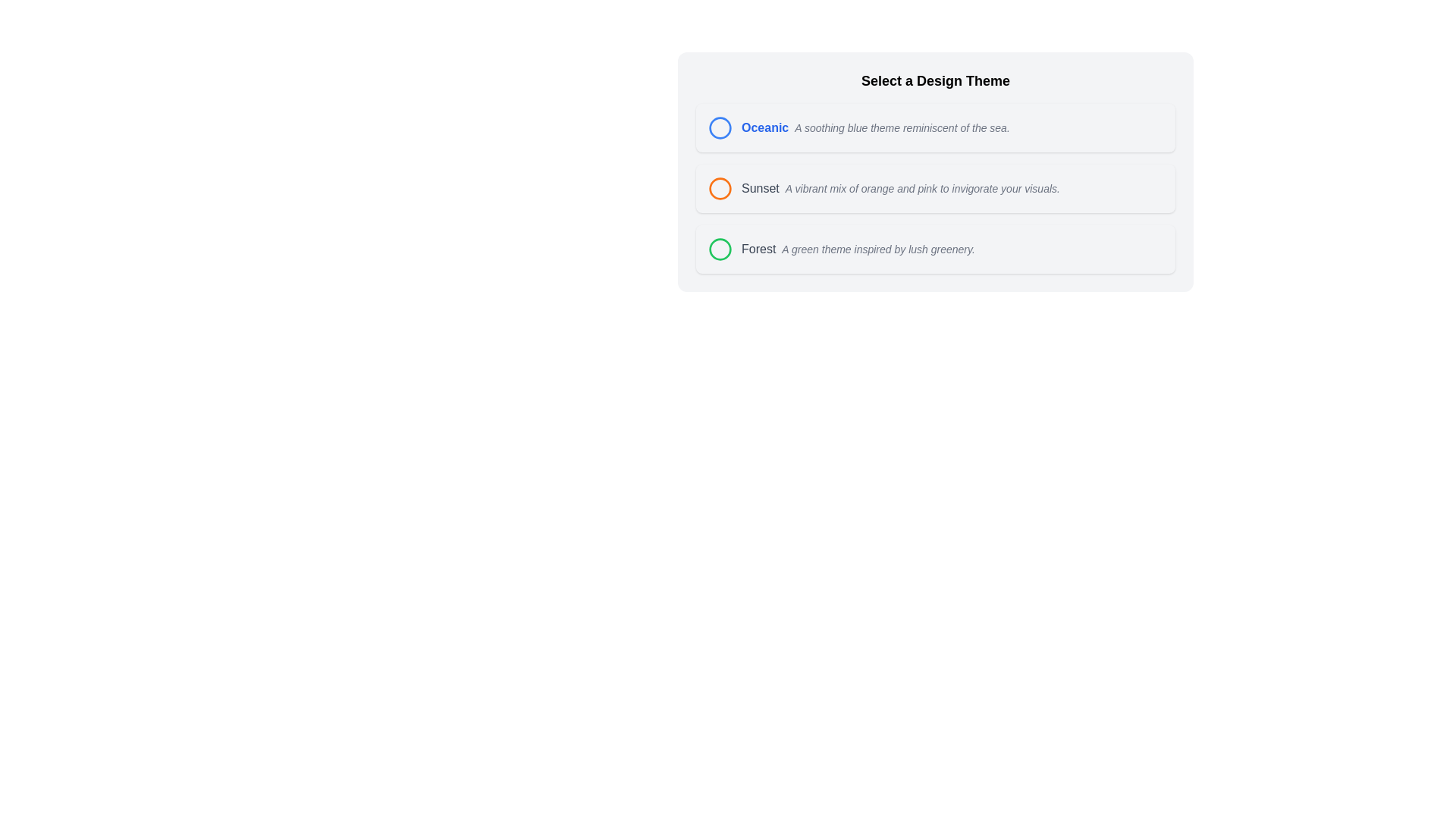 Image resolution: width=1456 pixels, height=819 pixels. What do you see at coordinates (934, 248) in the screenshot?
I see `the selectable option element labeled 'Forest' which is styled with a green circular icon and is the third option in the design theme selection list` at bounding box center [934, 248].